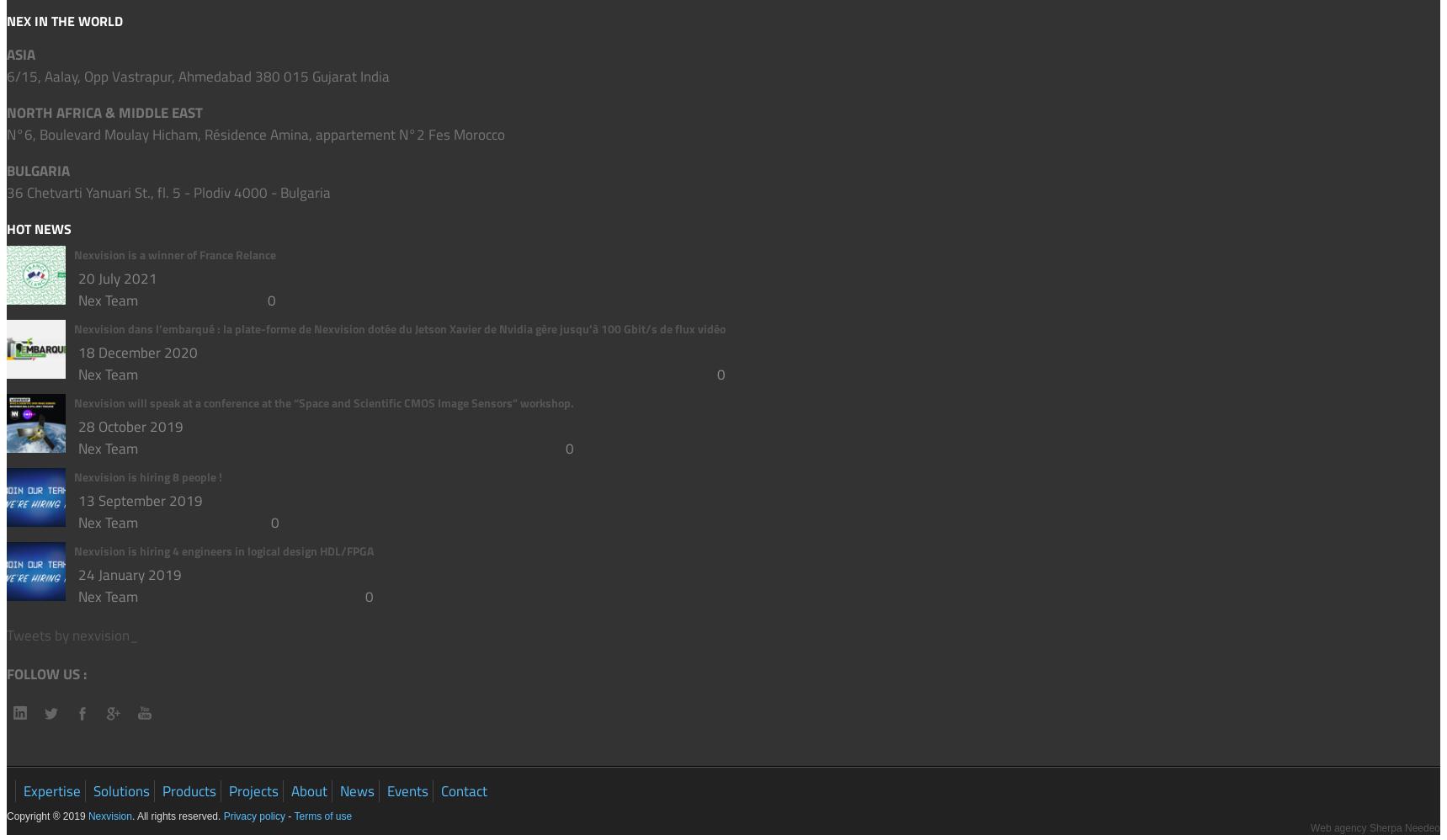  Describe the element at coordinates (147, 475) in the screenshot. I see `'Nexvision is hiring 8 people !'` at that location.